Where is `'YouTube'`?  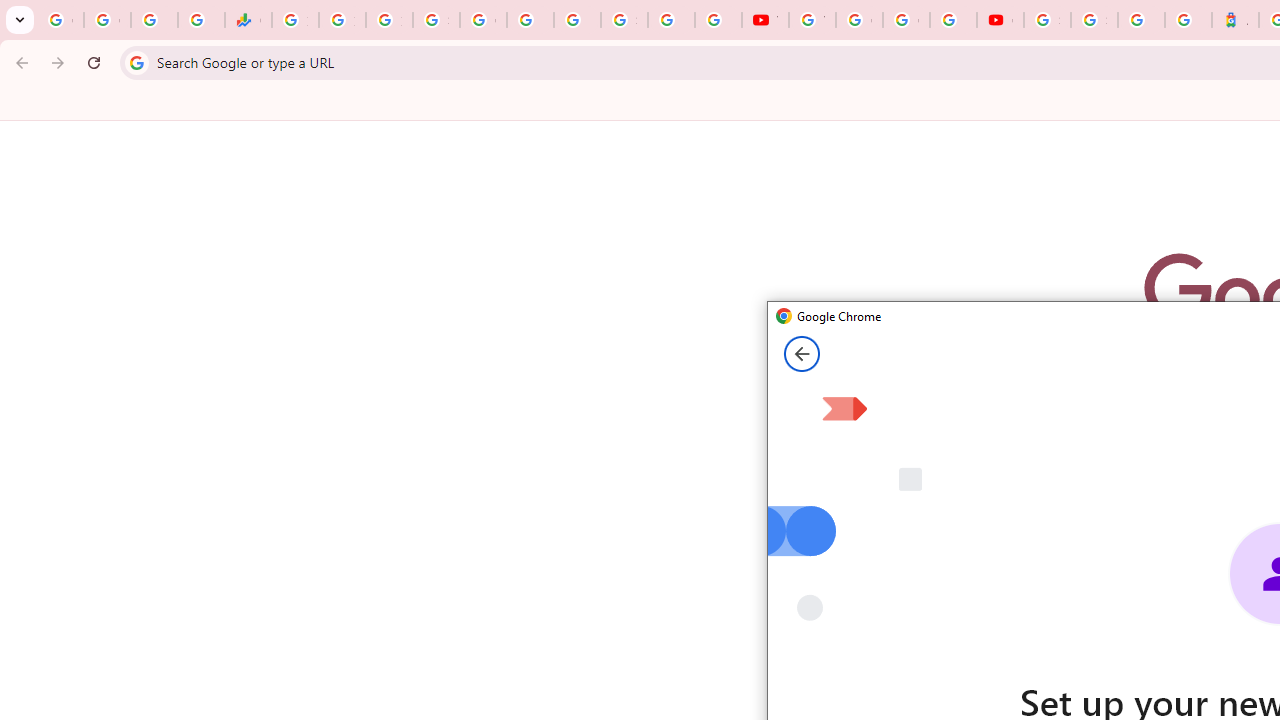
'YouTube' is located at coordinates (764, 20).